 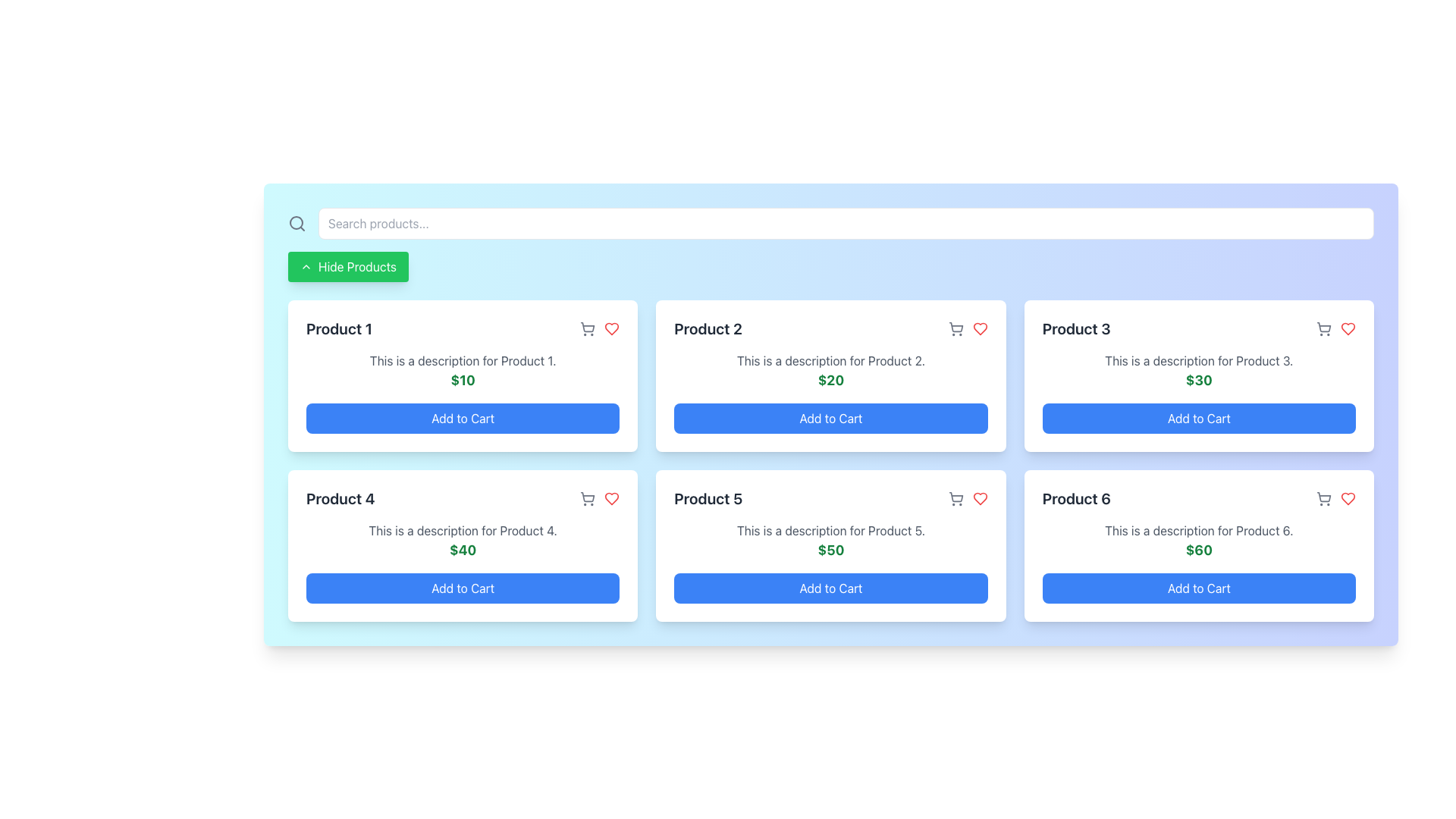 I want to click on the button that adds 'Product 4' to the shopping cart, located beneath the text '$40' in the bottom-central region of the product card, so click(x=462, y=587).